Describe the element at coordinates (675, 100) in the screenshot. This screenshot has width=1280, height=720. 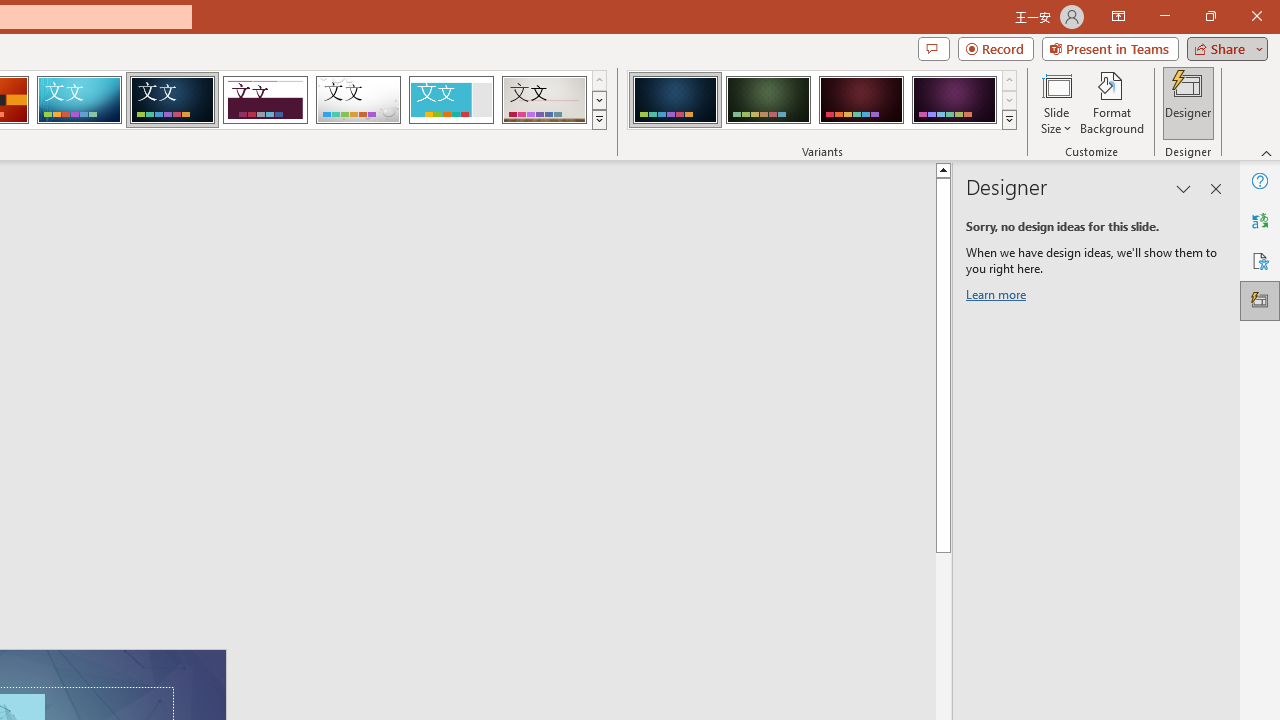
I see `'Damask Variant 1'` at that location.